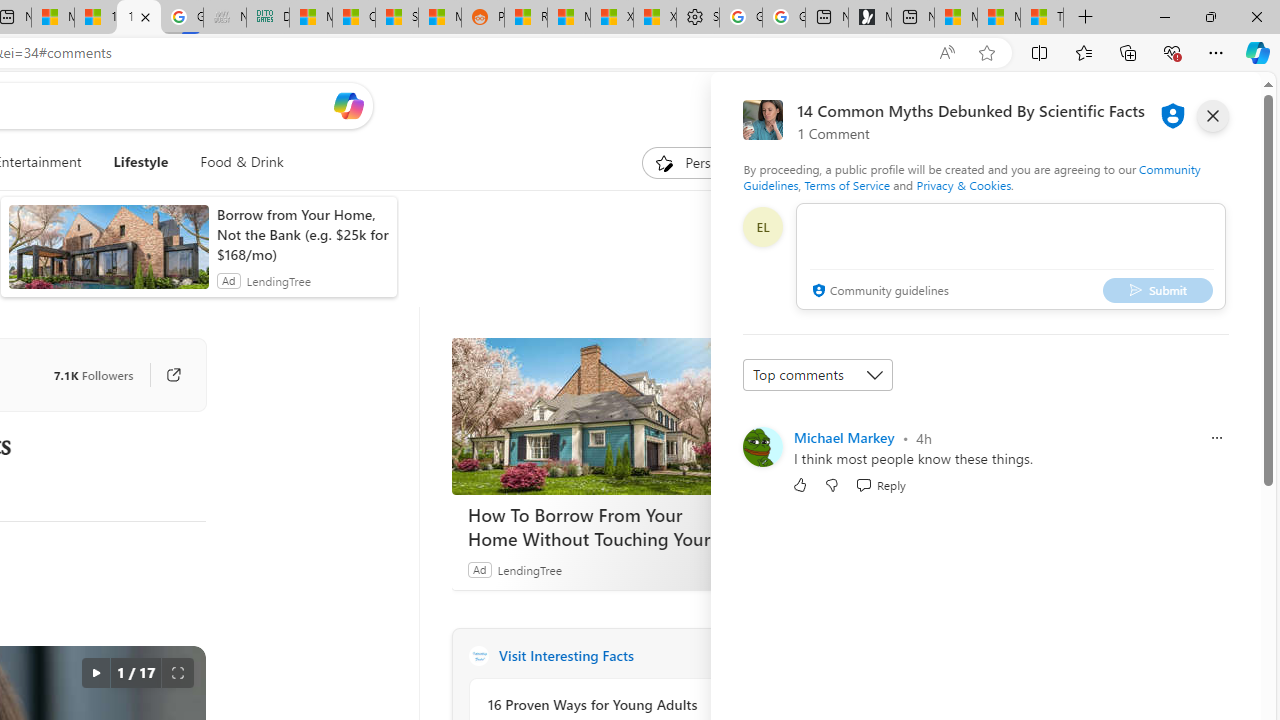 The image size is (1280, 720). Describe the element at coordinates (761, 446) in the screenshot. I see `'Profile Picture'` at that location.